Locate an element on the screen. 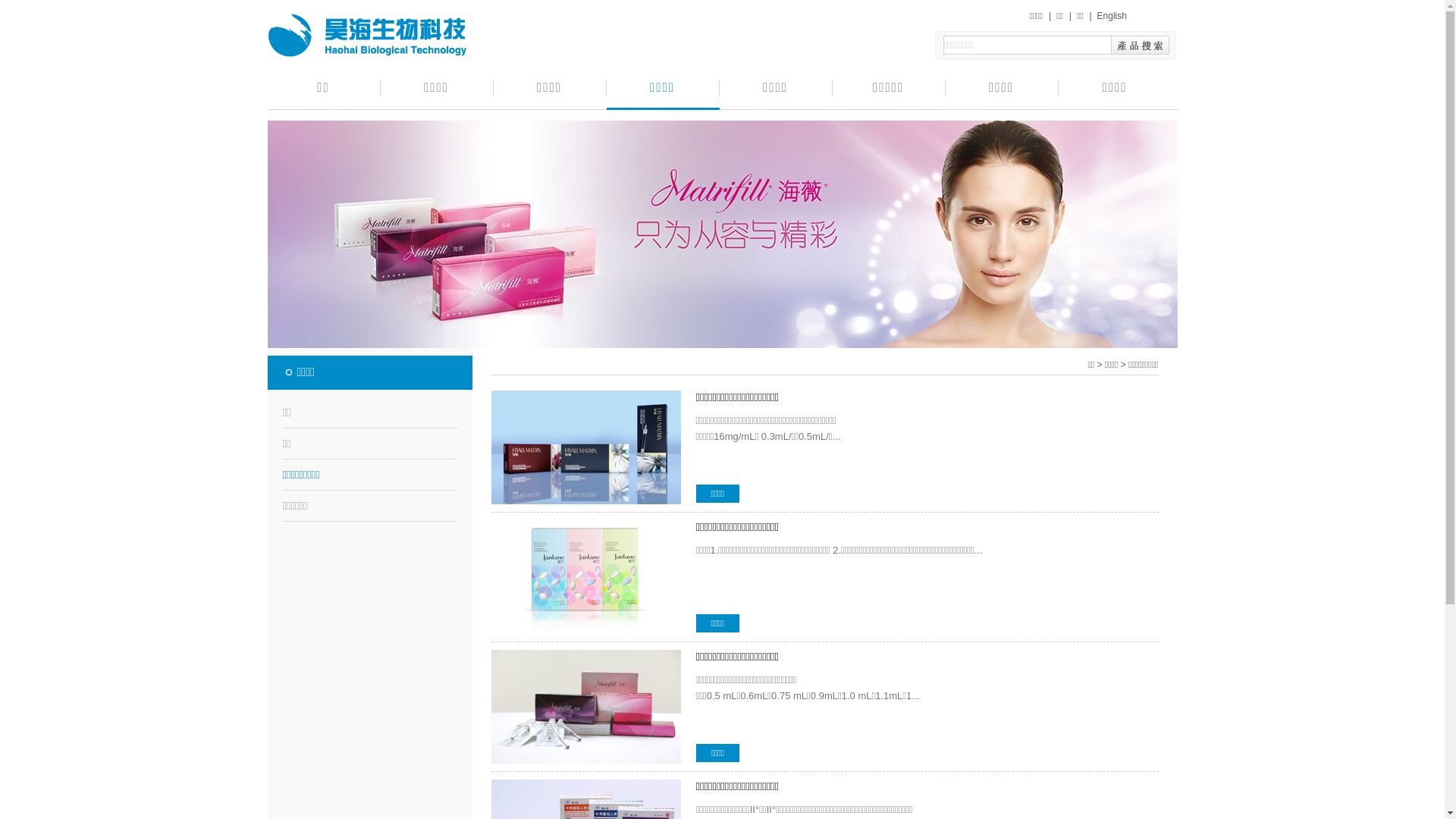  'English' is located at coordinates (1112, 15).